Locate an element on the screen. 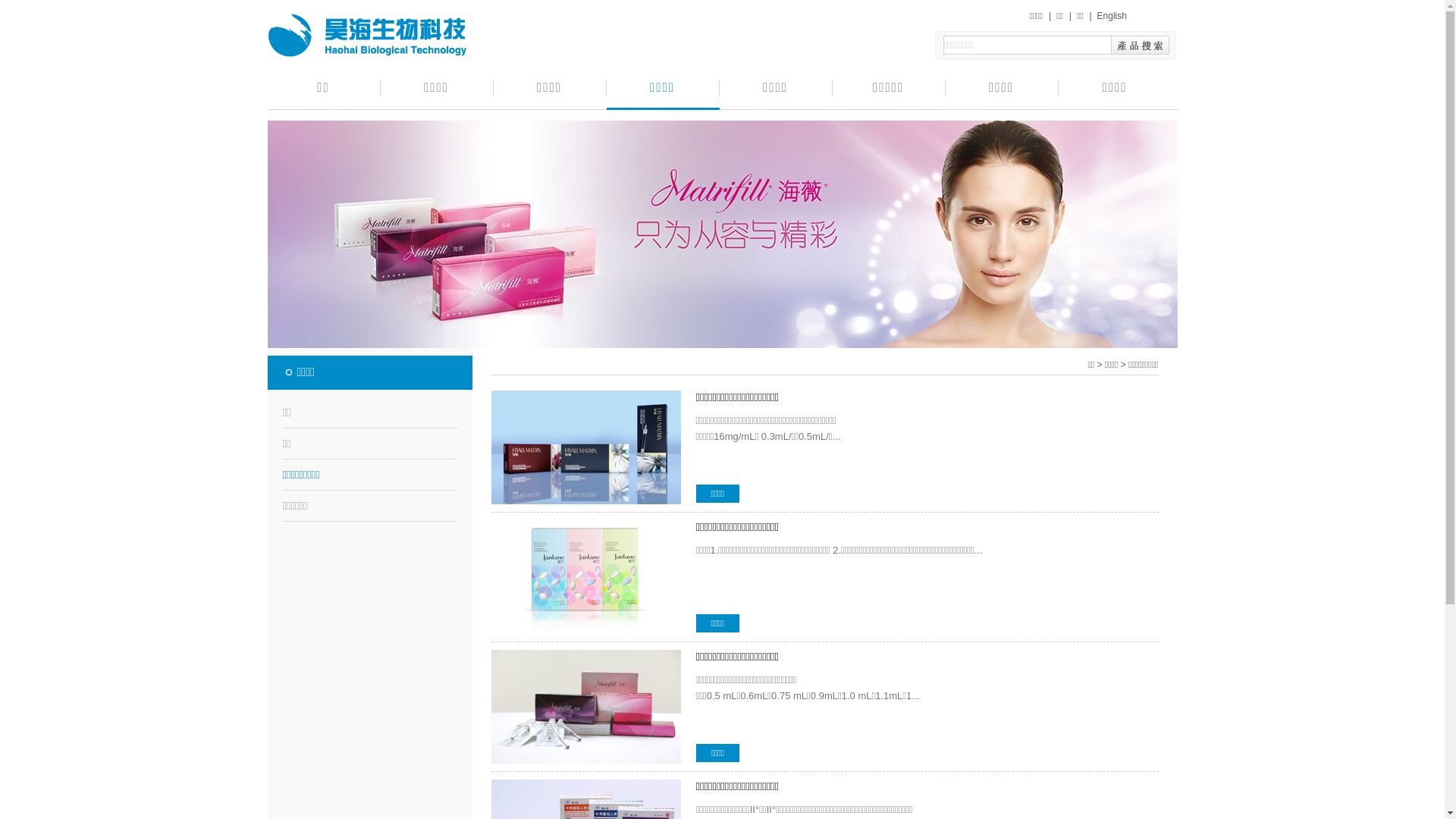  'English' is located at coordinates (1112, 15).